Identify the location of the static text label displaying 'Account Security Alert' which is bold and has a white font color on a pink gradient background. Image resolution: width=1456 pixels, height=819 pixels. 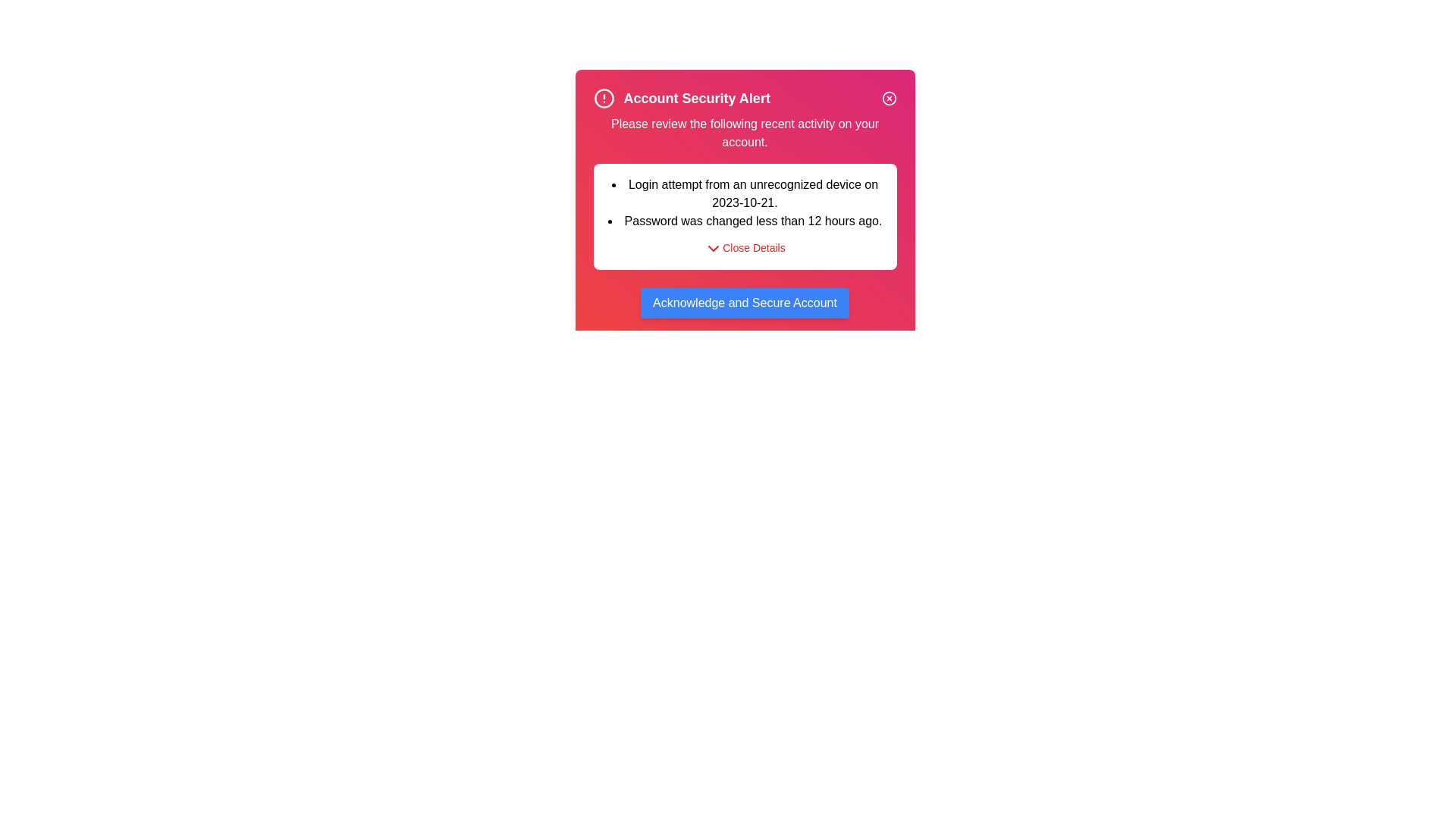
(696, 99).